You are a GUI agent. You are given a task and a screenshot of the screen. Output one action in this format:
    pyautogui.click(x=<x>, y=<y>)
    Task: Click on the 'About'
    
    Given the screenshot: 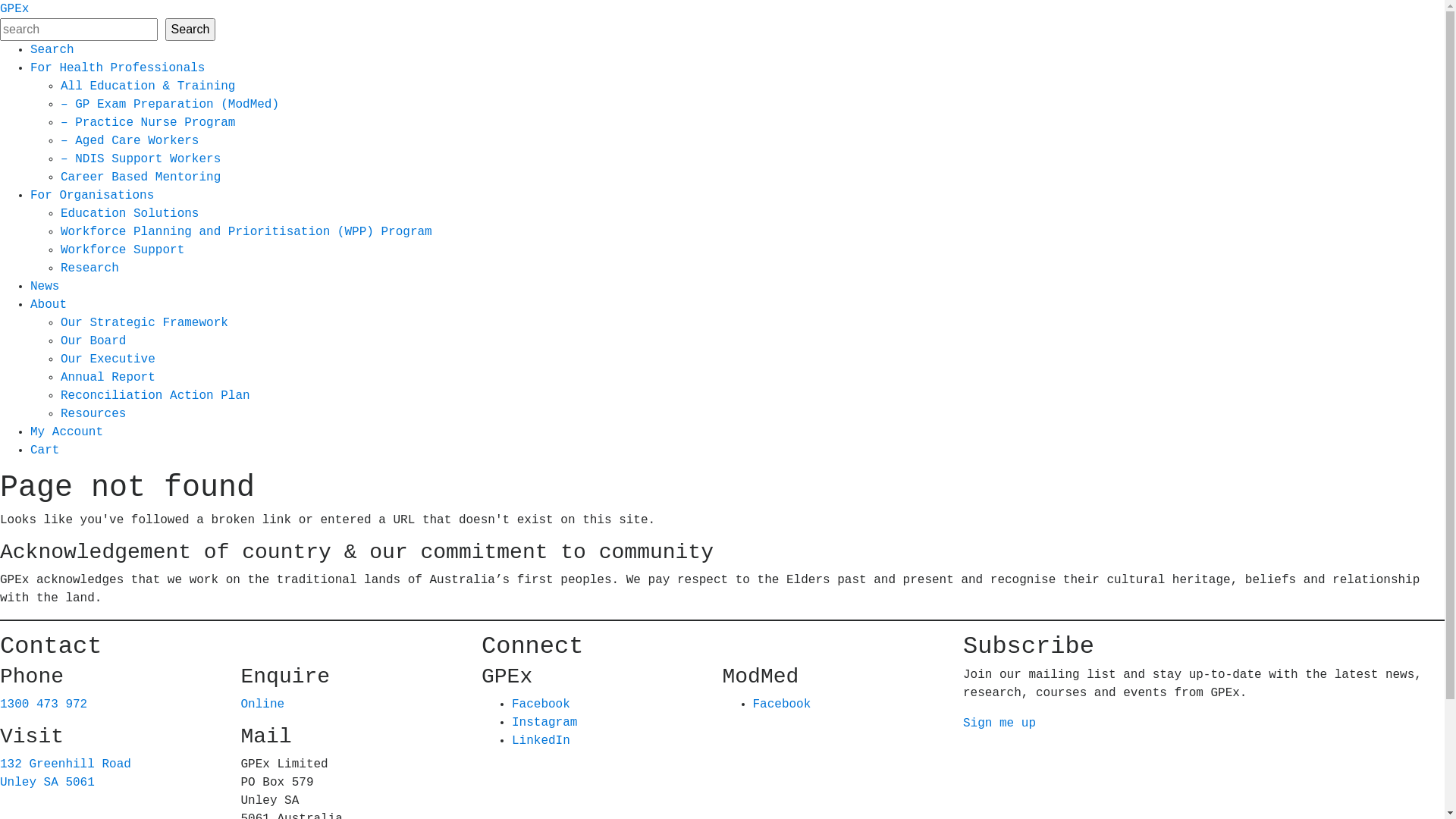 What is the action you would take?
    pyautogui.click(x=48, y=304)
    